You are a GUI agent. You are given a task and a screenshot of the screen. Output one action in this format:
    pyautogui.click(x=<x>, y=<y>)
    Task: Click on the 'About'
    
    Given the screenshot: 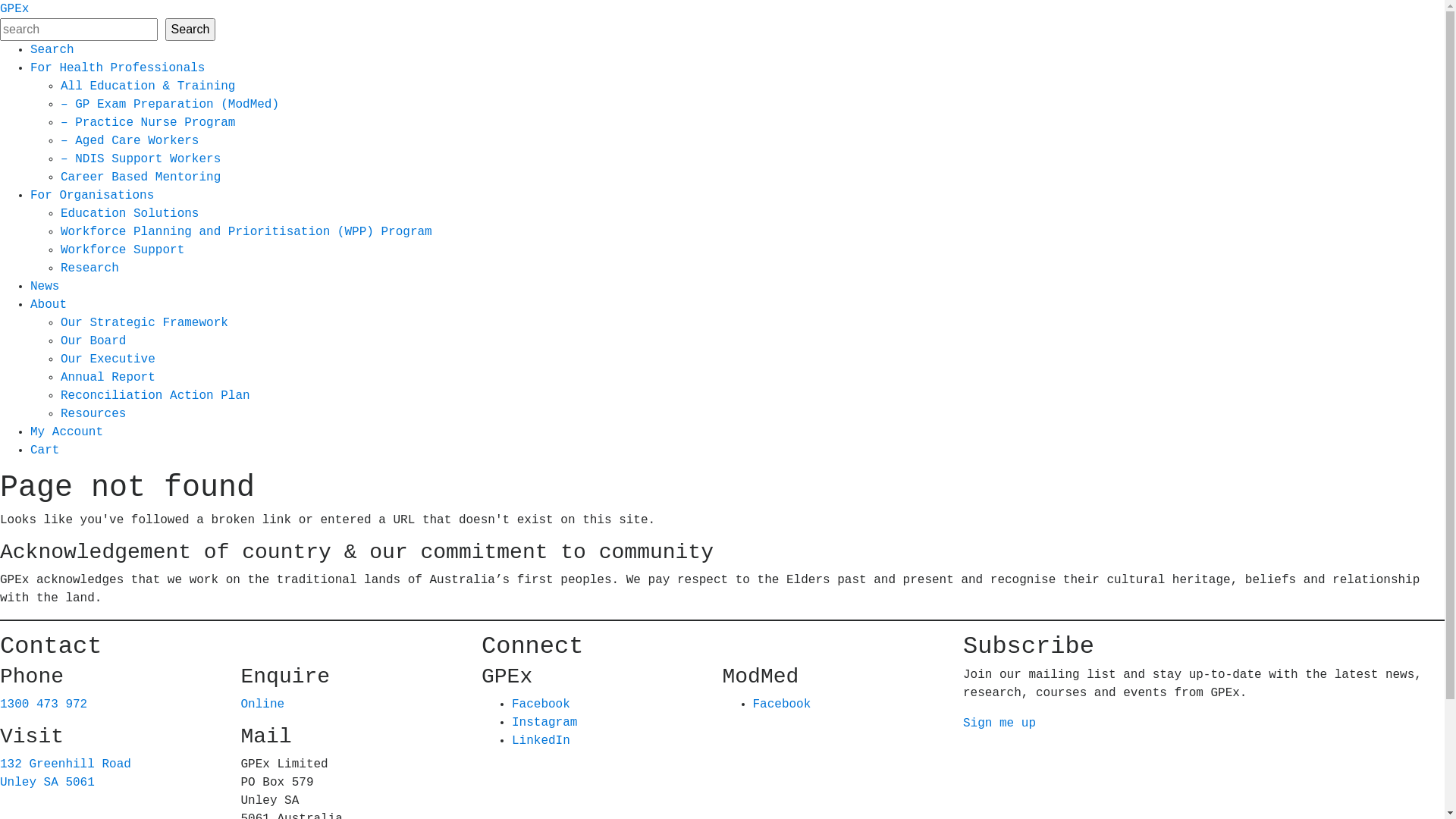 What is the action you would take?
    pyautogui.click(x=48, y=304)
    